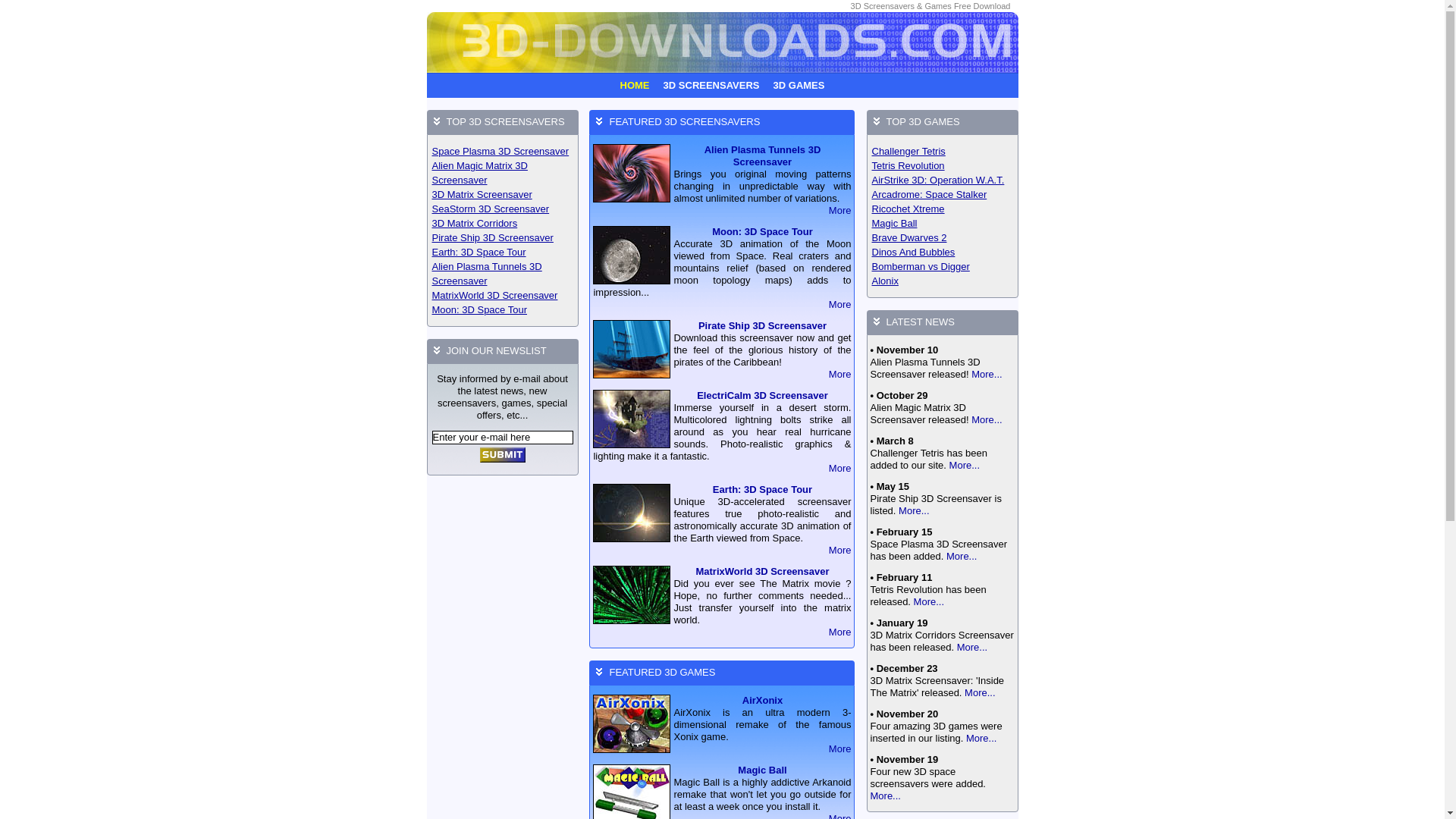  Describe the element at coordinates (942, 265) in the screenshot. I see `'Bomberman vs Digger'` at that location.